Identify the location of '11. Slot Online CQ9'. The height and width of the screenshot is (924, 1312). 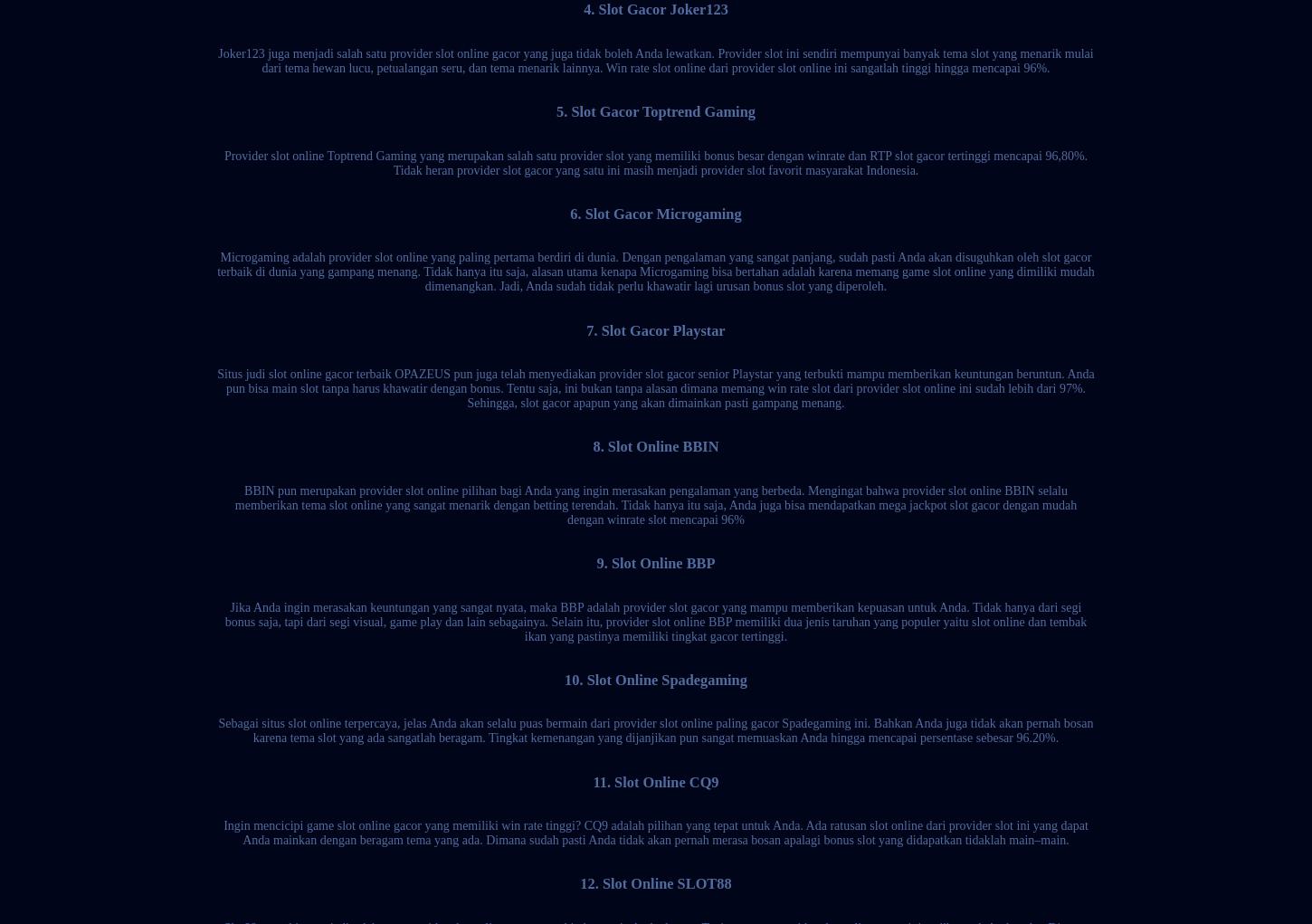
(654, 781).